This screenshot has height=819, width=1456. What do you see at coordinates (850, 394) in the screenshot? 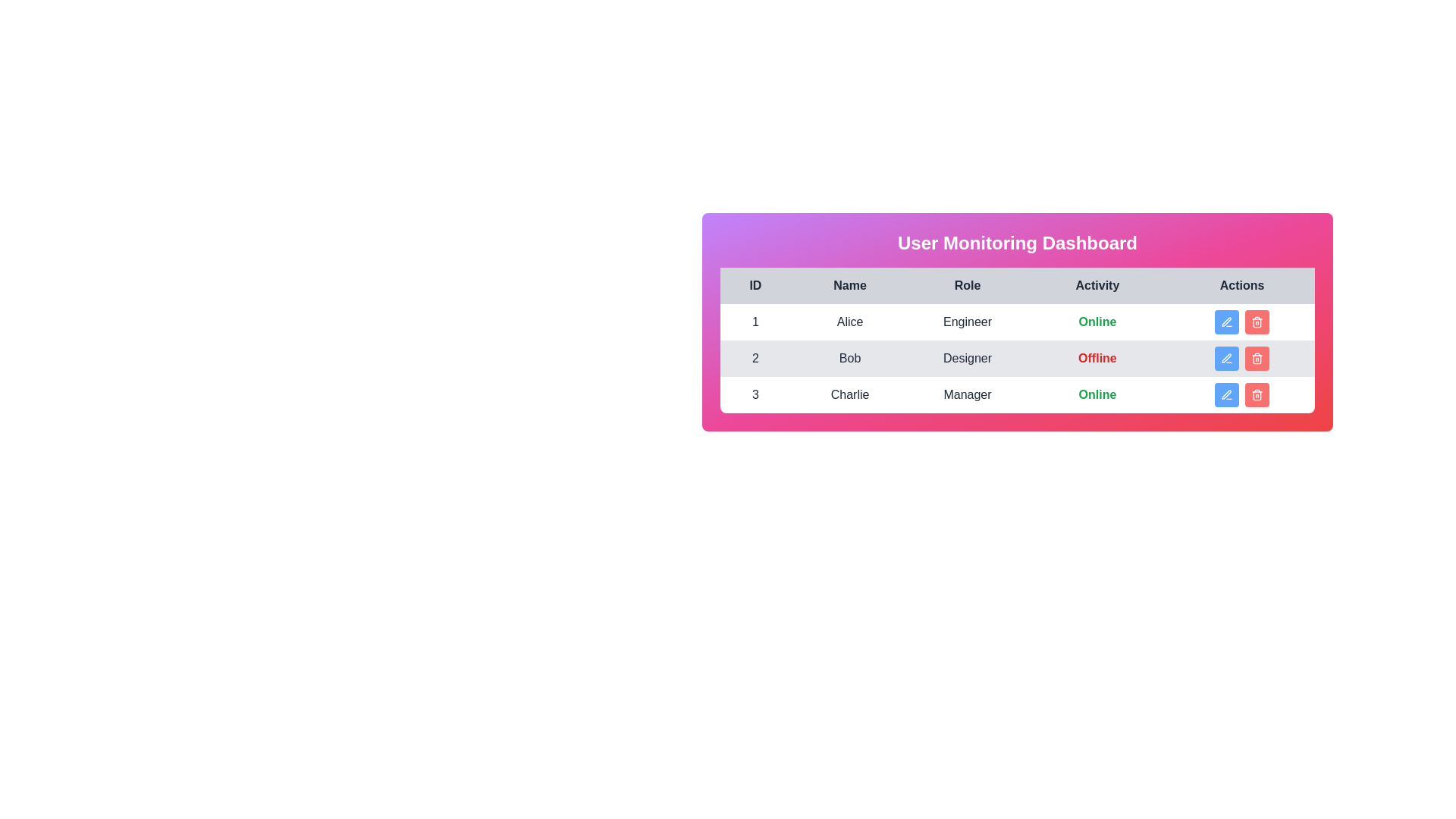
I see `the user name Charlie to select or edit their name` at bounding box center [850, 394].